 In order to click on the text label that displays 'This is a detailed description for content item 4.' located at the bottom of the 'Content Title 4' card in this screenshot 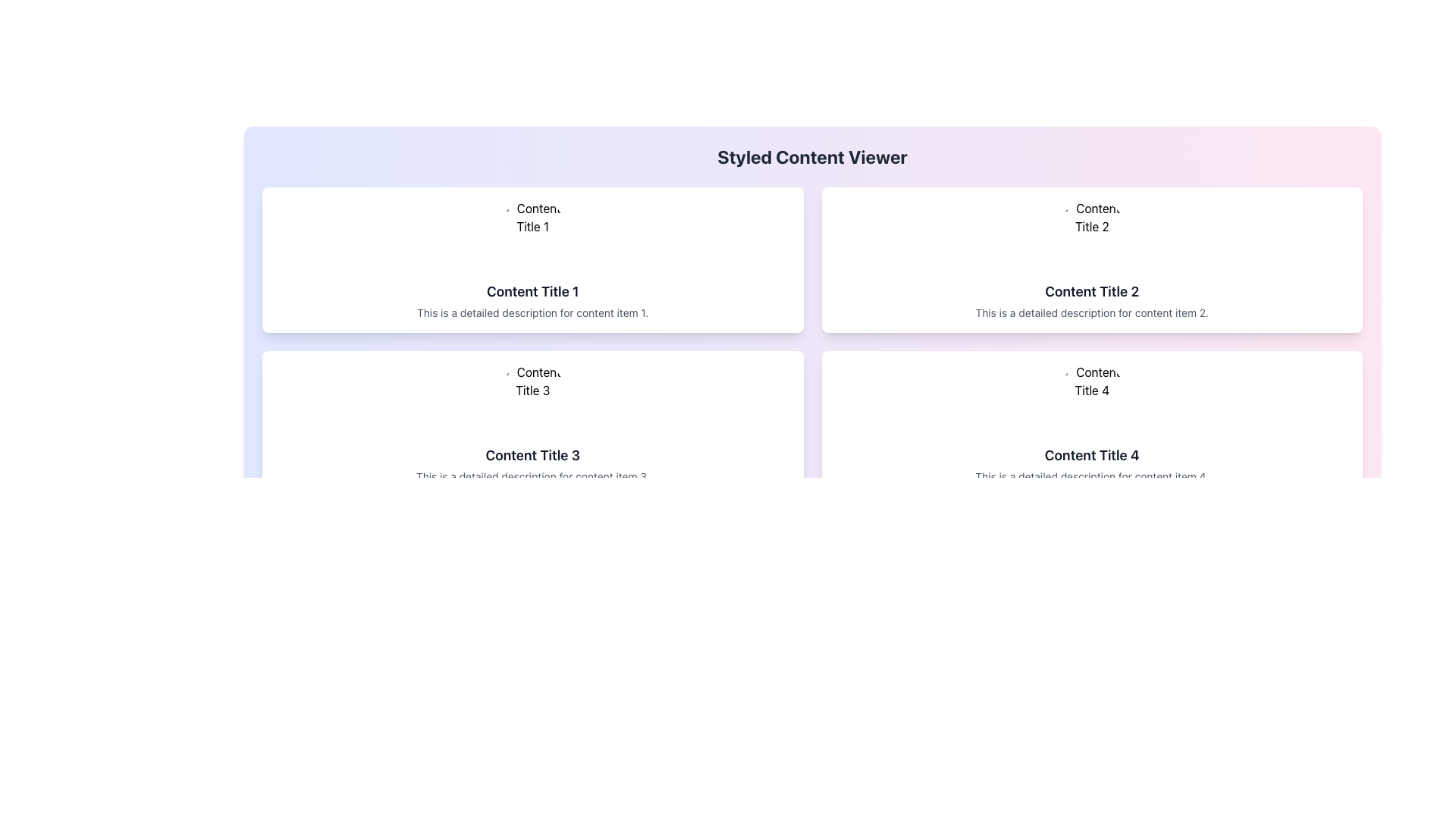, I will do `click(1092, 475)`.